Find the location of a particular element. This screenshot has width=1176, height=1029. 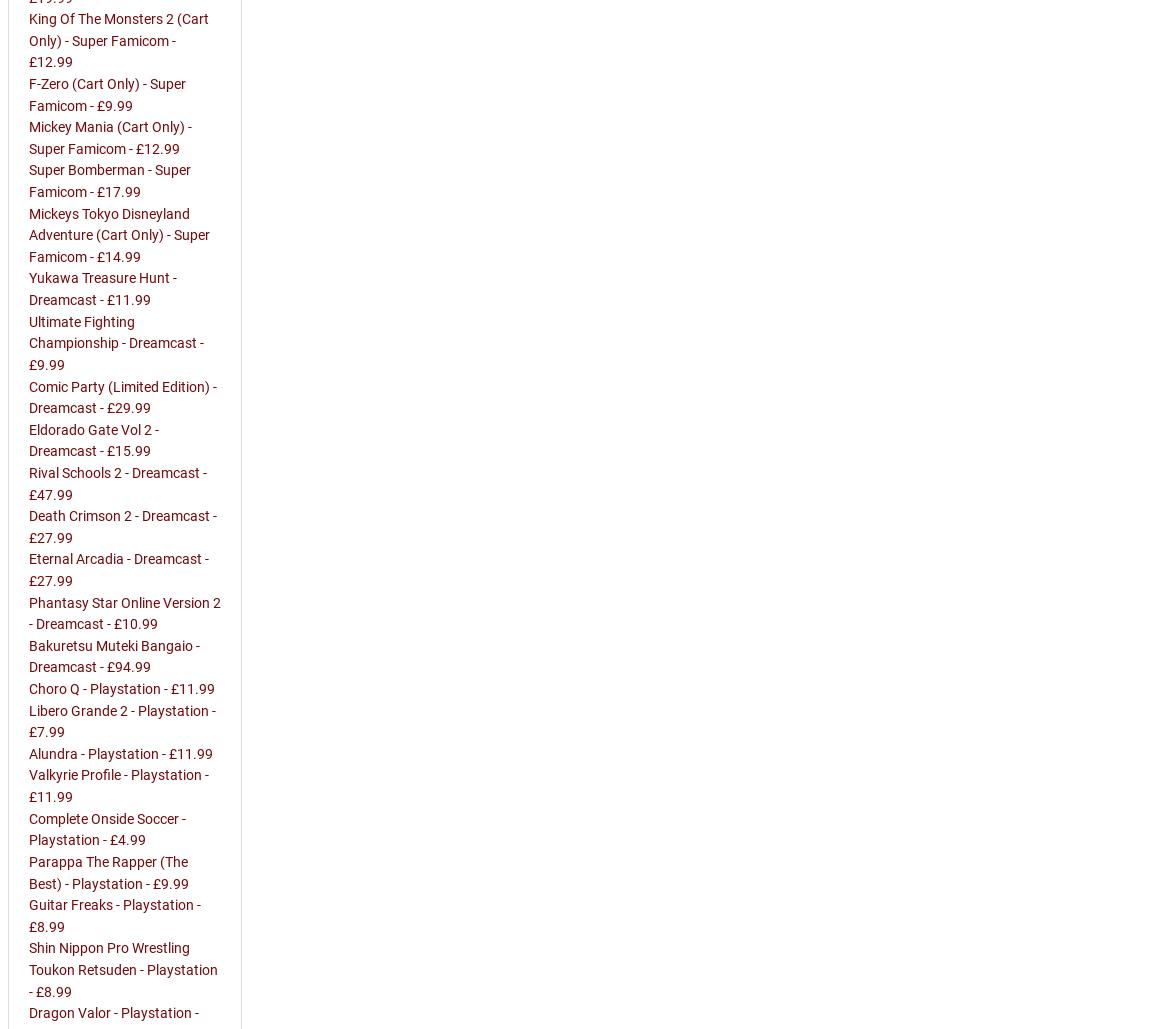

'Ultimate Fighting Championship - Dreamcast - £9.99' is located at coordinates (116, 342).